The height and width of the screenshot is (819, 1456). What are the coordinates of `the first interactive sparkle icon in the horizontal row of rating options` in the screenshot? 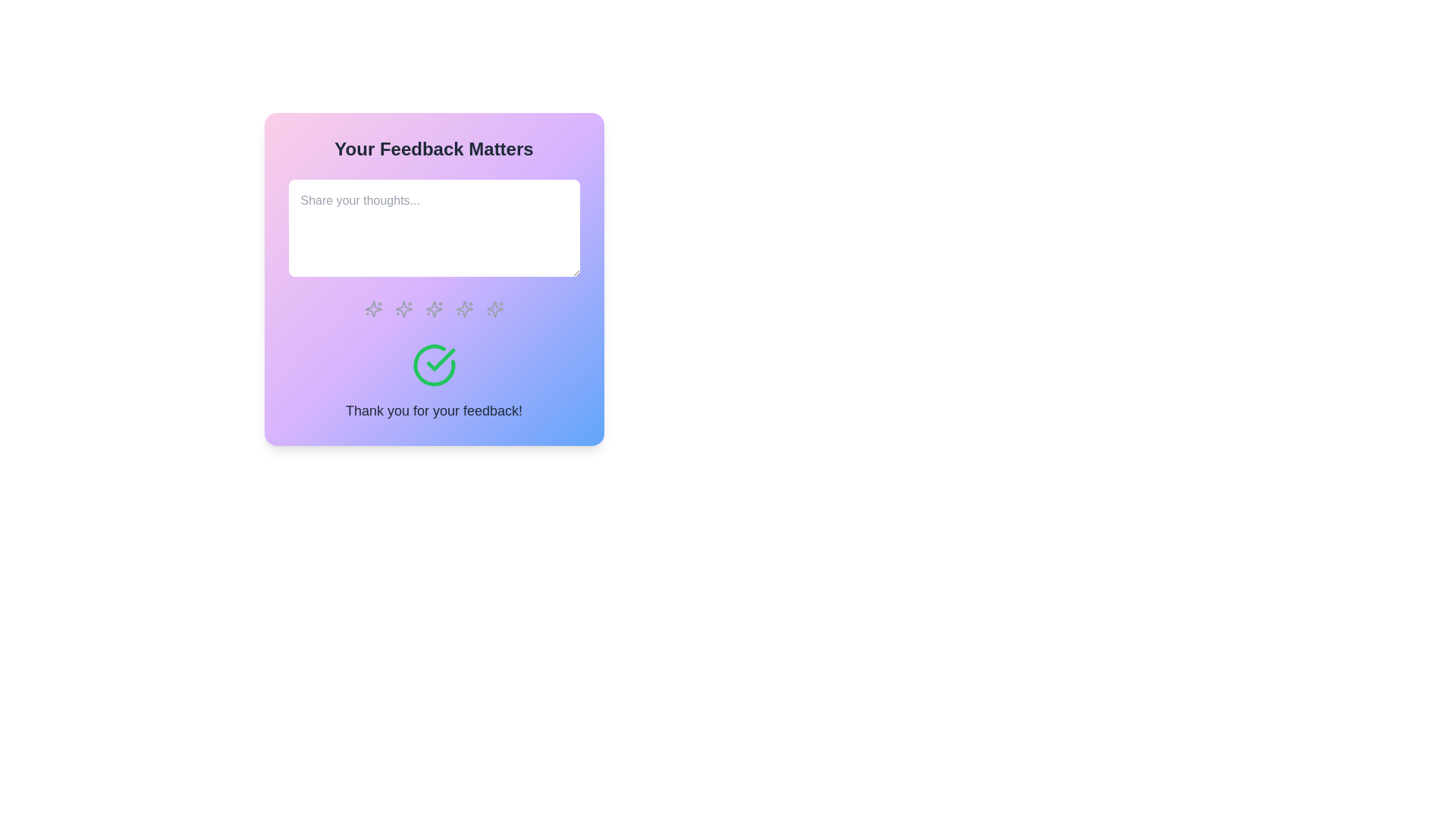 It's located at (373, 309).